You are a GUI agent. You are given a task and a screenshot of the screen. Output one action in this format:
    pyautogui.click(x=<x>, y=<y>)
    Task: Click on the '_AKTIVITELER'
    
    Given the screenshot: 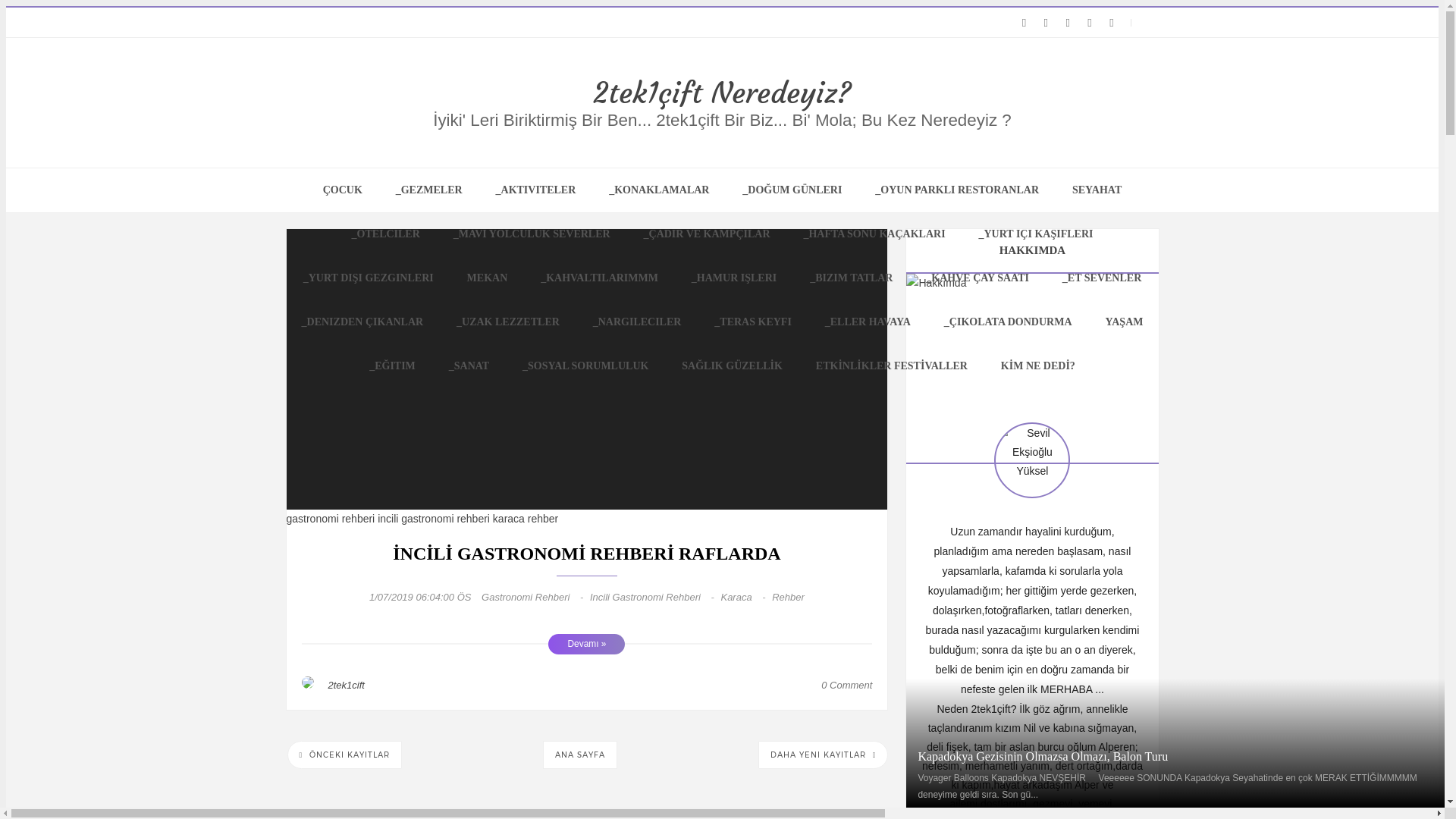 What is the action you would take?
    pyautogui.click(x=479, y=189)
    